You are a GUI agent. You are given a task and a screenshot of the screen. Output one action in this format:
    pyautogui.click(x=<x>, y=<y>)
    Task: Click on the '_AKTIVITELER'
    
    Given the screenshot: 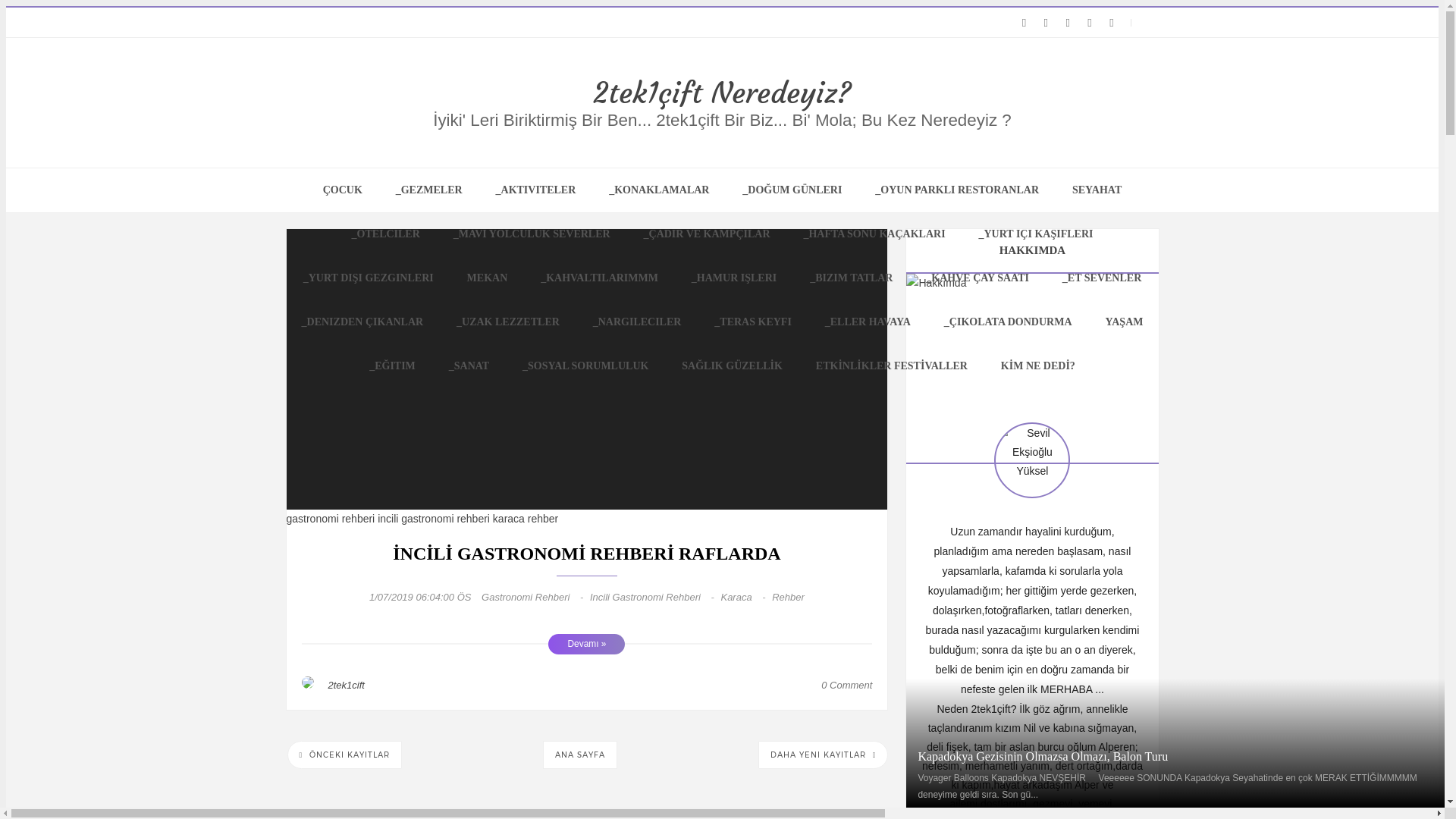 What is the action you would take?
    pyautogui.click(x=479, y=189)
    